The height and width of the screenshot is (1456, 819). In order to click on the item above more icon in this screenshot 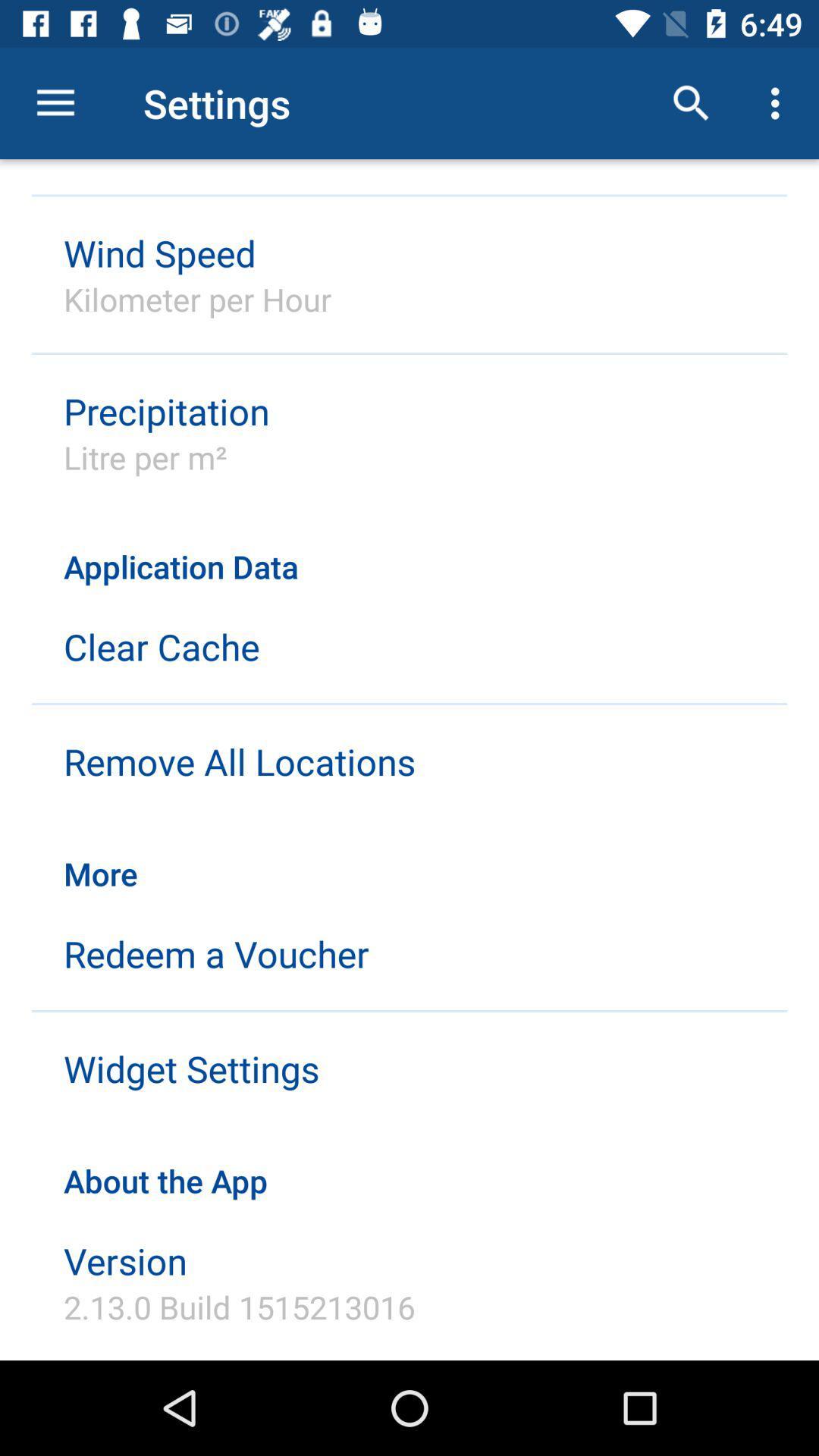, I will do `click(239, 761)`.